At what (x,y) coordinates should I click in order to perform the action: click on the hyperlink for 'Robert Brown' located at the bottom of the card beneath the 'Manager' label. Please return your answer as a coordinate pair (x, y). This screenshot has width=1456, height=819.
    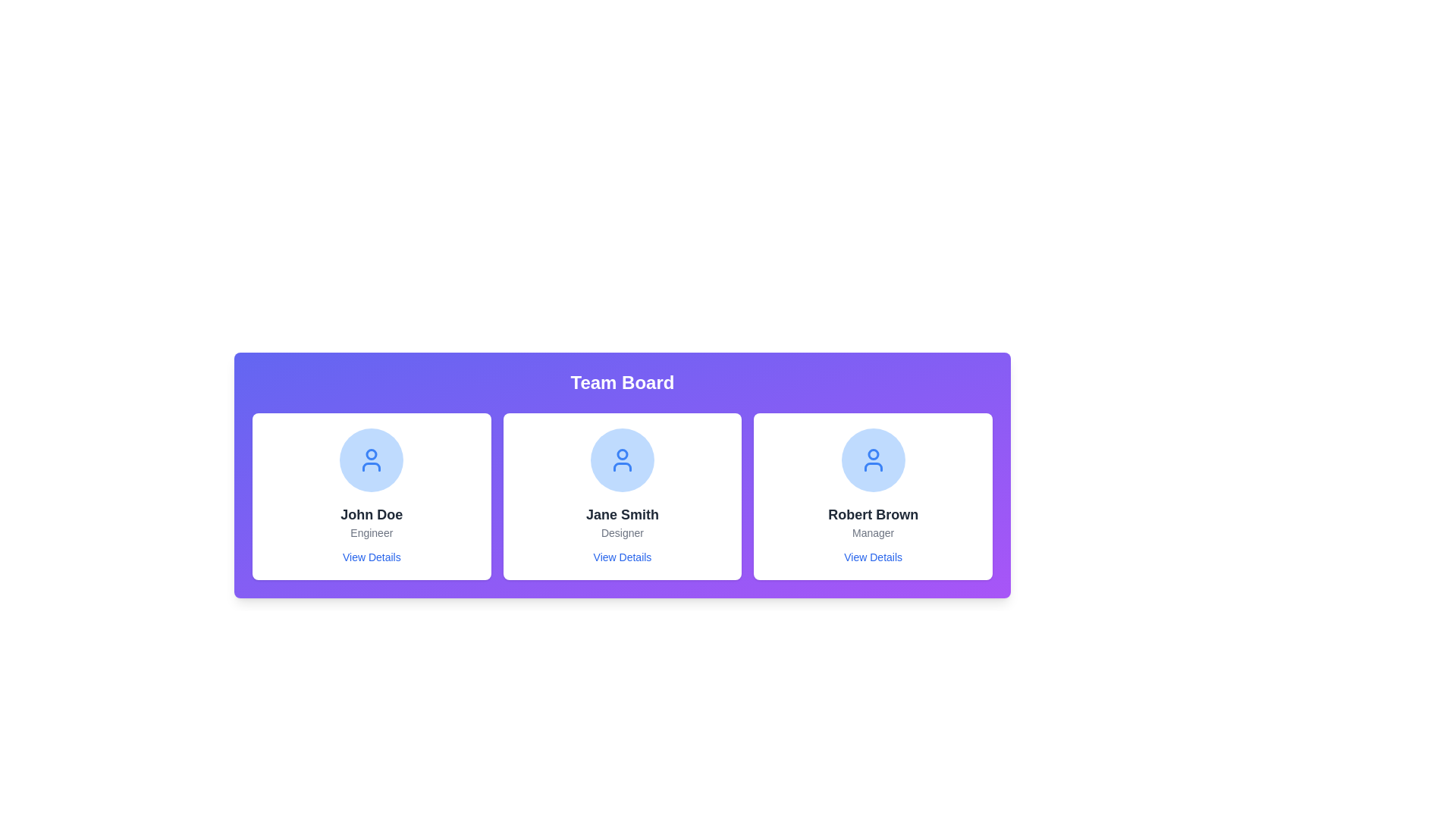
    Looking at the image, I should click on (873, 557).